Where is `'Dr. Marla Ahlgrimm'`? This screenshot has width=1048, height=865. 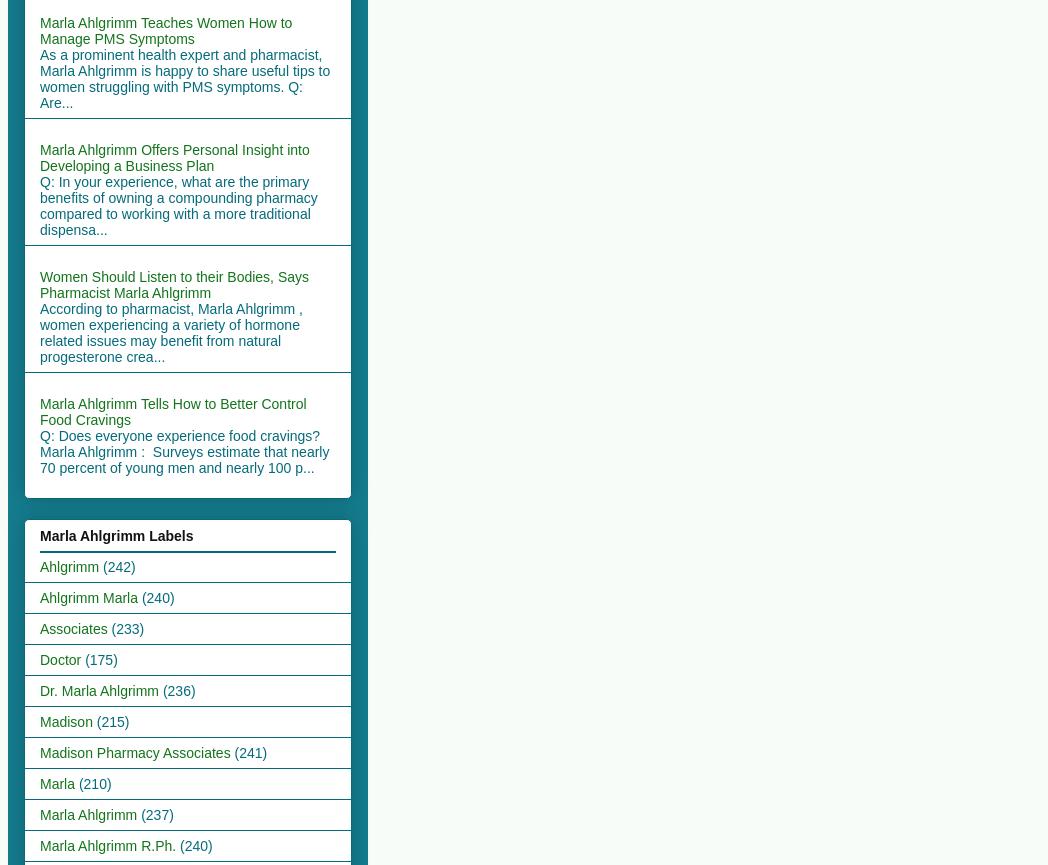 'Dr. Marla Ahlgrimm' is located at coordinates (98, 690).